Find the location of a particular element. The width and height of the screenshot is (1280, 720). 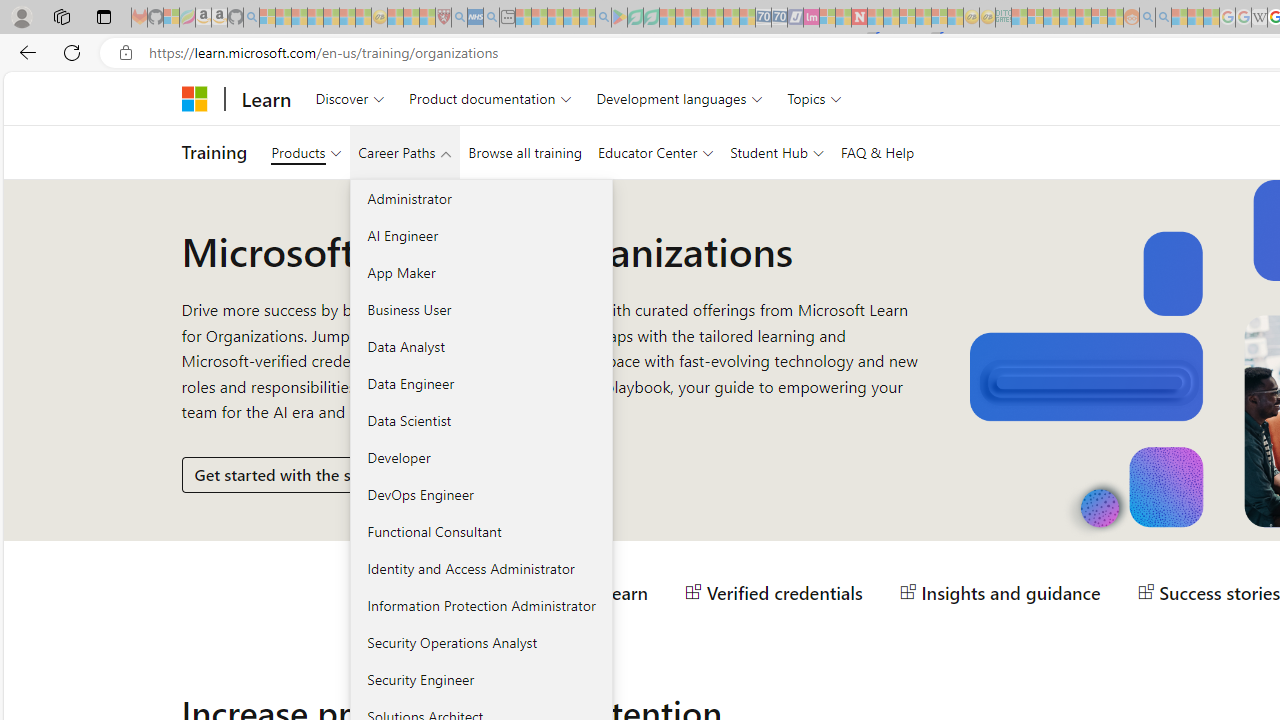

'Browse all training' is located at coordinates (524, 151).